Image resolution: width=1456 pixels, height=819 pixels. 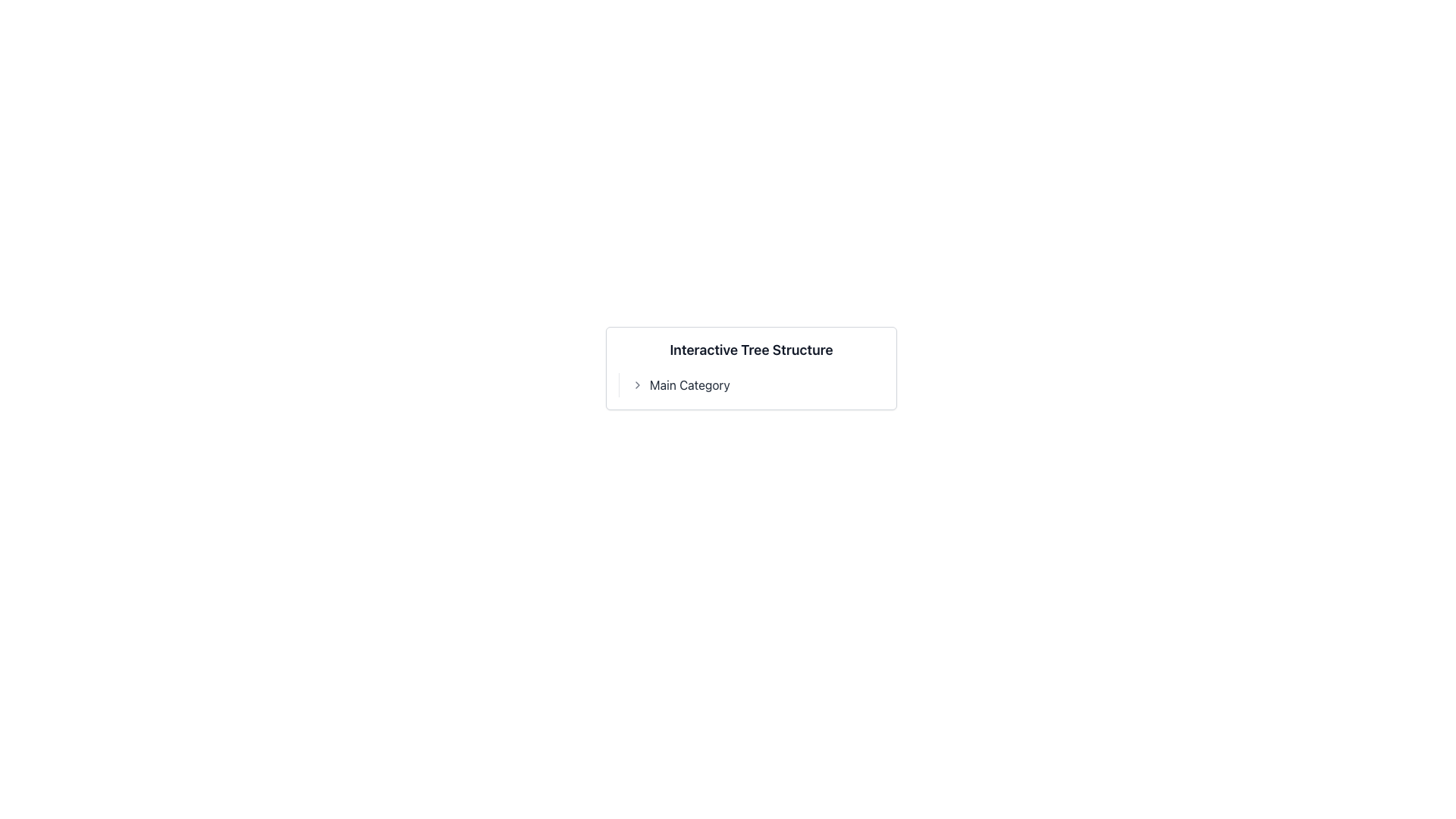 I want to click on the static text label that displays 'Interactive Tree Structure', which is styled with a bold and large font, located above the 'Main Category' label, so click(x=751, y=350).